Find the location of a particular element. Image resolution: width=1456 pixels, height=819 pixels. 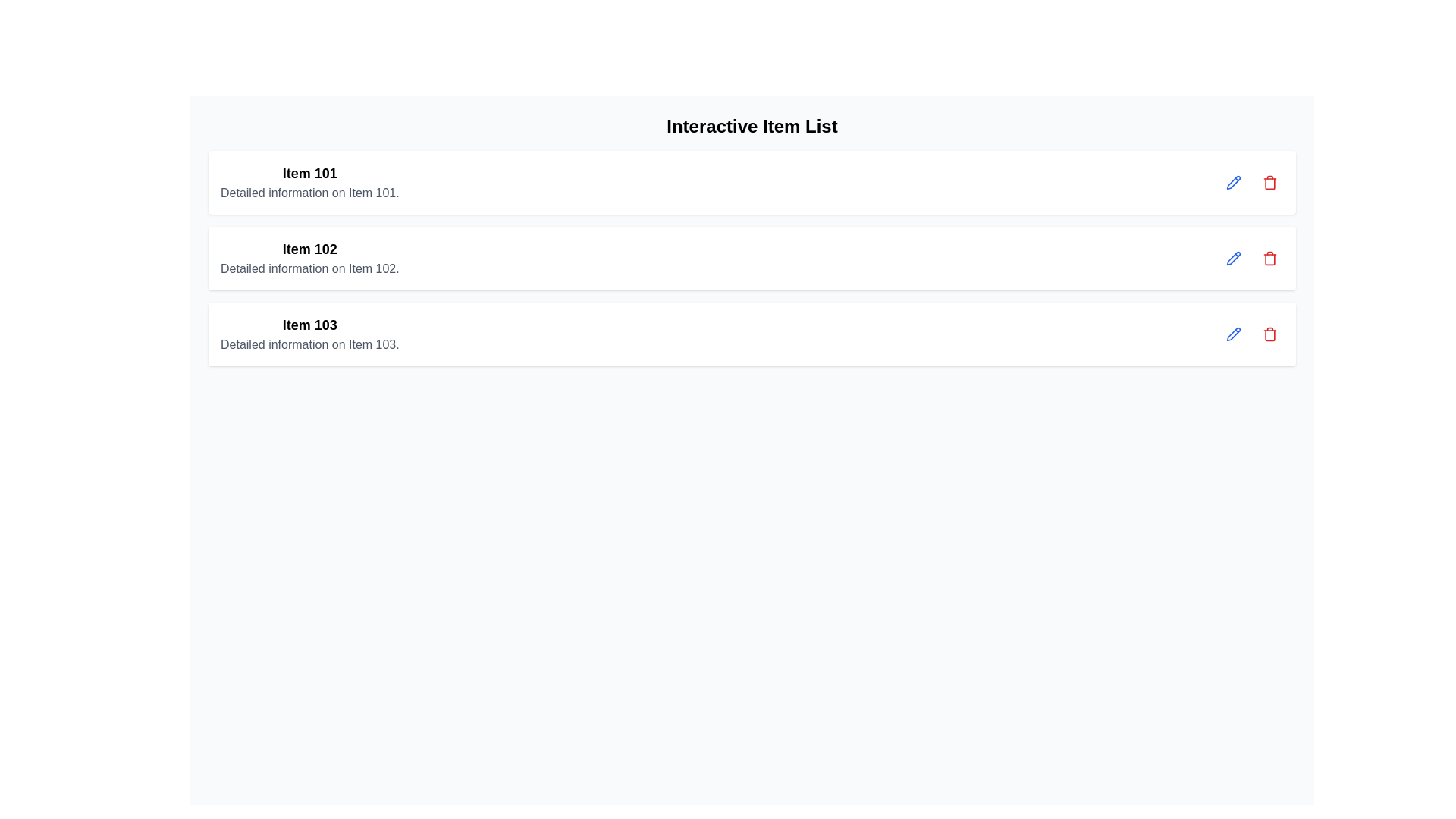

the informational card displaying details for 'Item 102', which is the second item in a vertical list of similar elements is located at coordinates (309, 257).